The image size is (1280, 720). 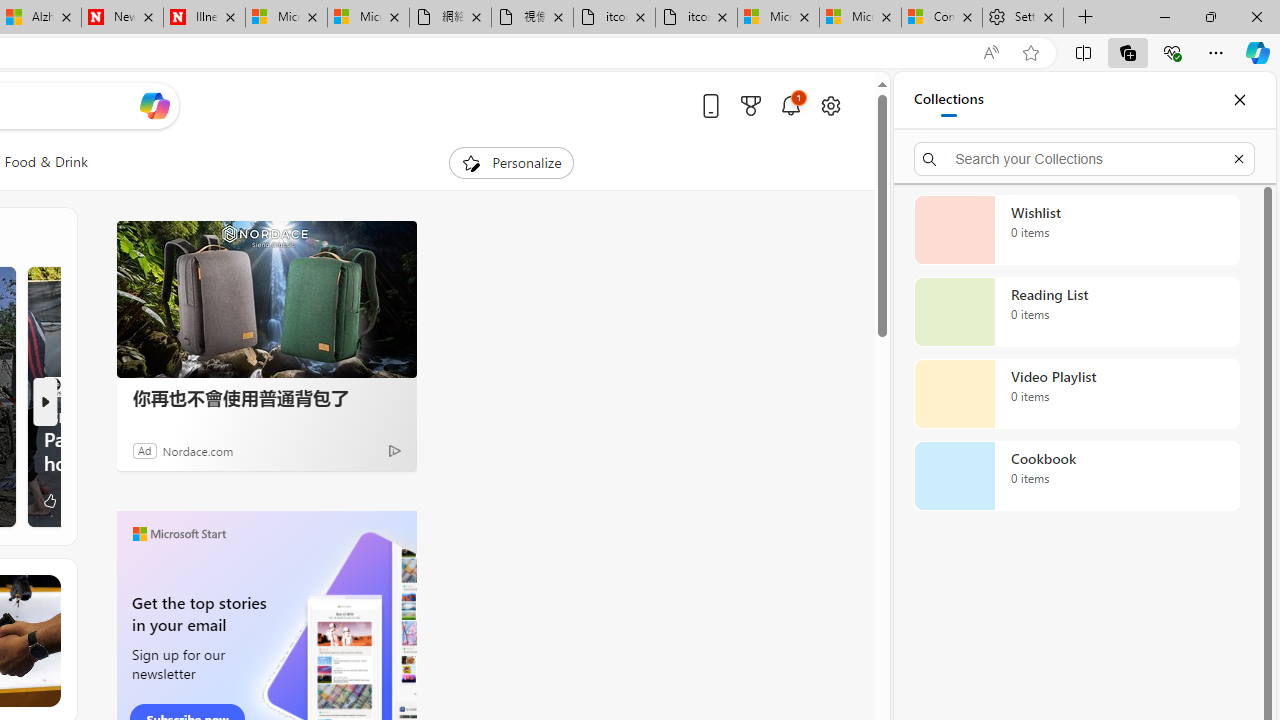 I want to click on 'Food & Drink', so click(x=46, y=162).